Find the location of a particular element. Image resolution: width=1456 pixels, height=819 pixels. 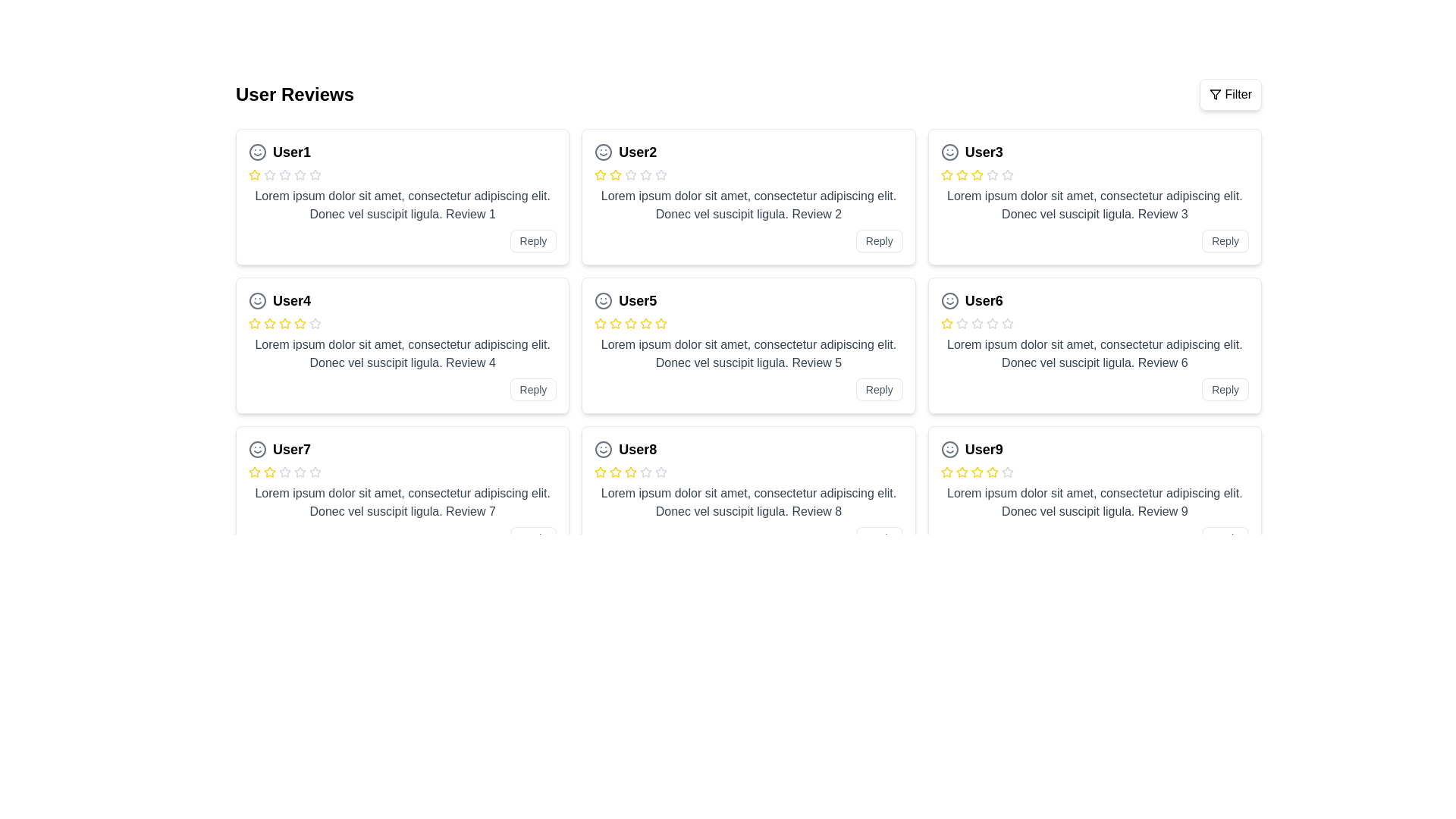

the second star in the series of five stars in the user review card for 'User9', which is filled with a yellow color to indicate an active rating is located at coordinates (961, 471).